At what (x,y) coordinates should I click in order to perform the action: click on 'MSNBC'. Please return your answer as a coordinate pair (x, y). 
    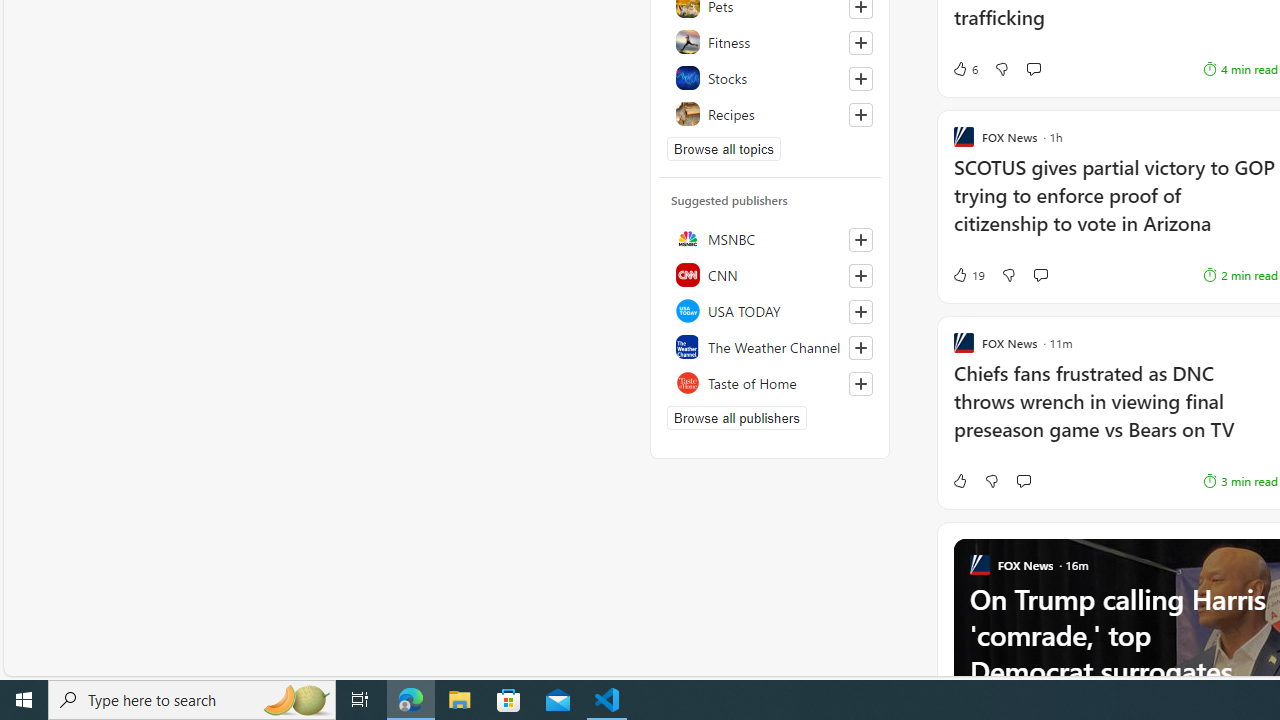
    Looking at the image, I should click on (769, 238).